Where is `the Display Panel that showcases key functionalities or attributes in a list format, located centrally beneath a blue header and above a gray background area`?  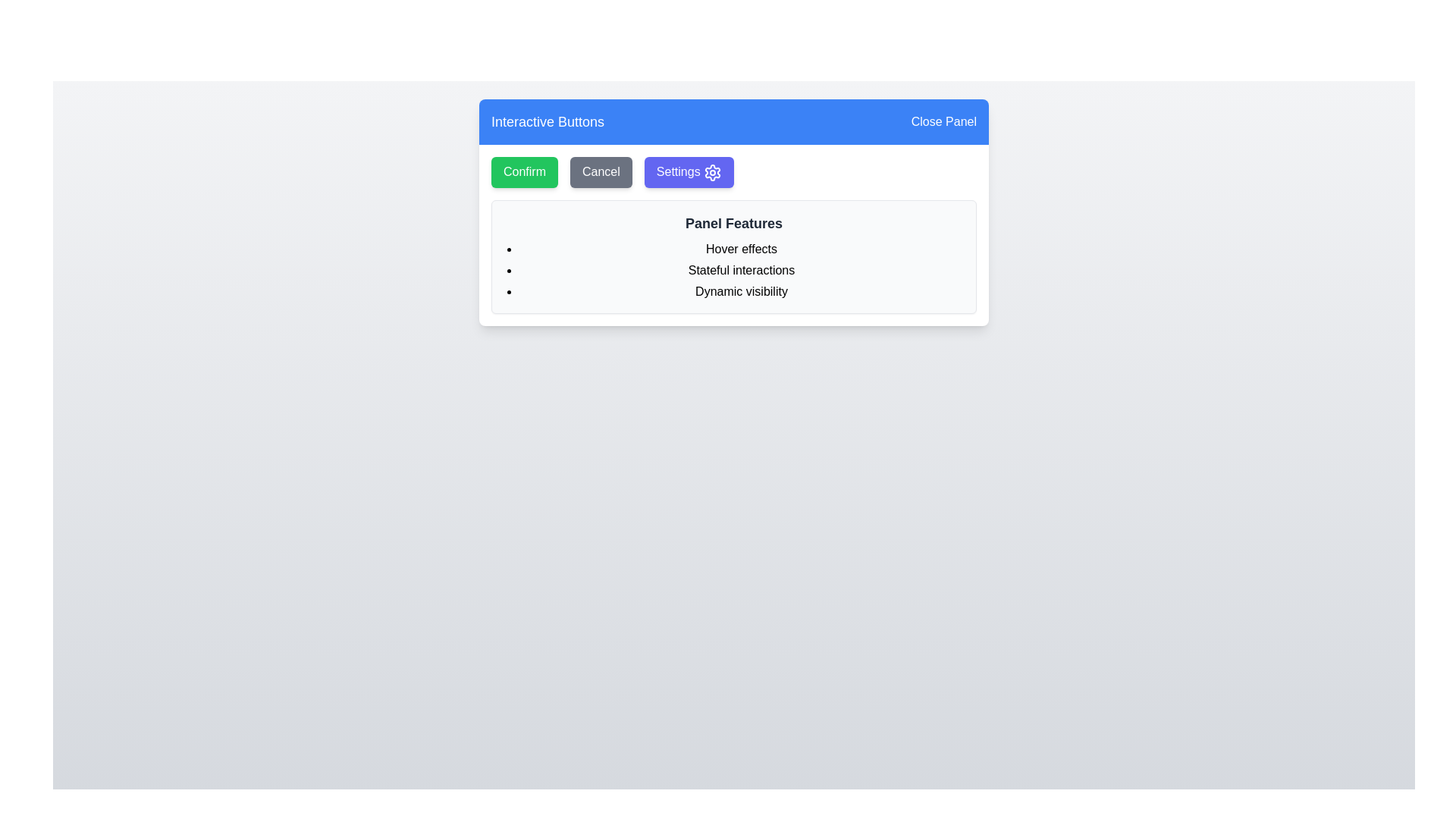 the Display Panel that showcases key functionalities or attributes in a list format, located centrally beneath a blue header and above a gray background area is located at coordinates (734, 212).